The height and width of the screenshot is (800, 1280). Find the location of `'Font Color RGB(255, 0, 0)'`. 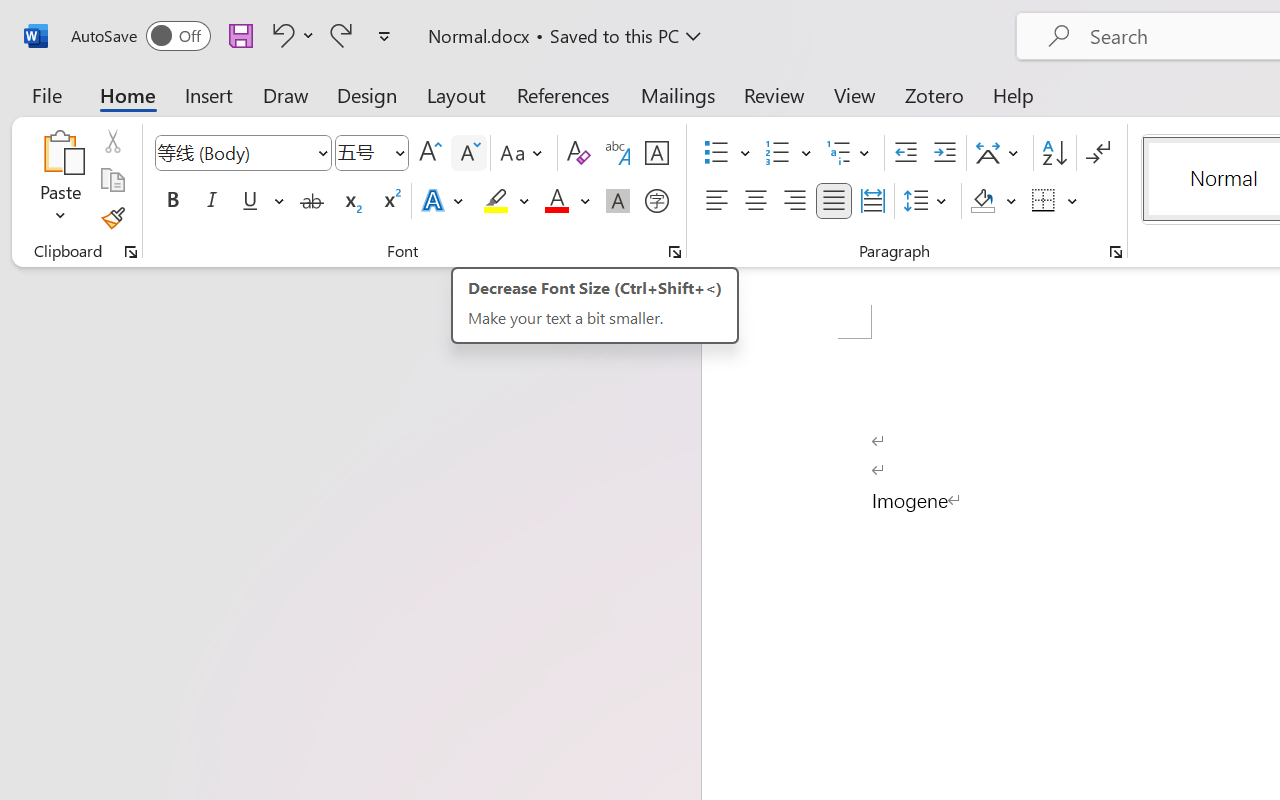

'Font Color RGB(255, 0, 0)' is located at coordinates (556, 201).